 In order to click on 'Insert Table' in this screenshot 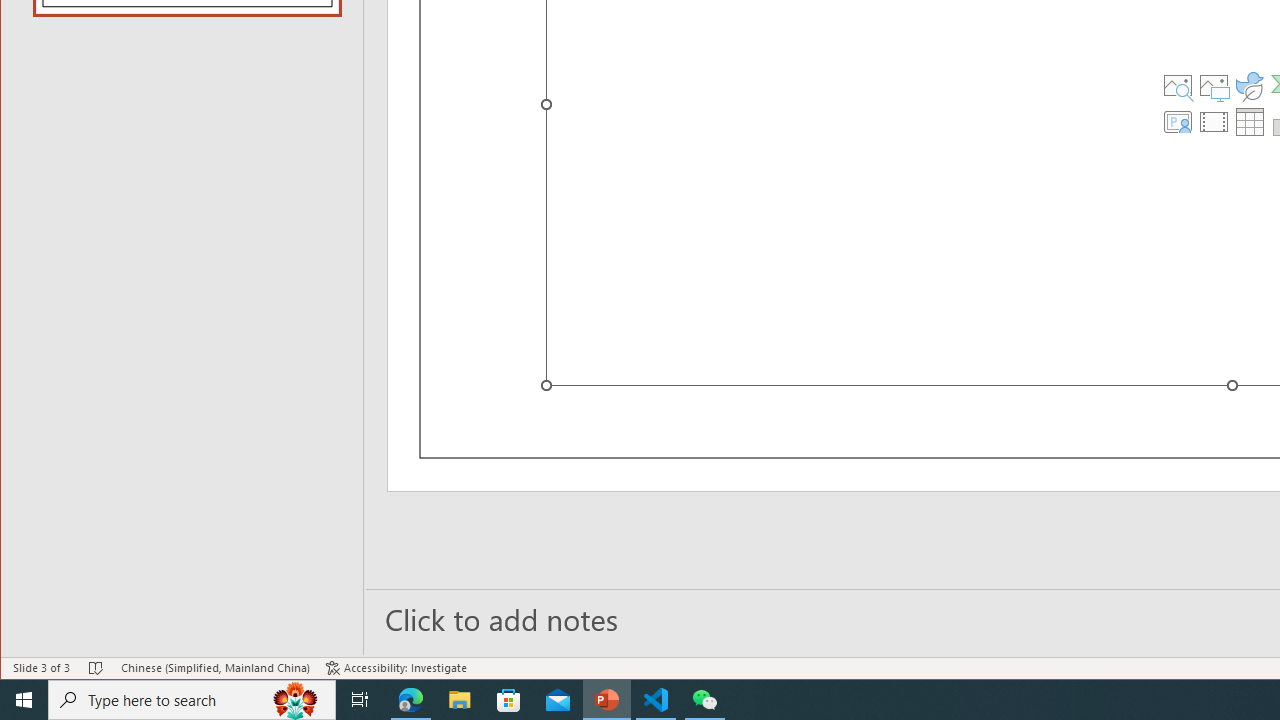, I will do `click(1248, 122)`.